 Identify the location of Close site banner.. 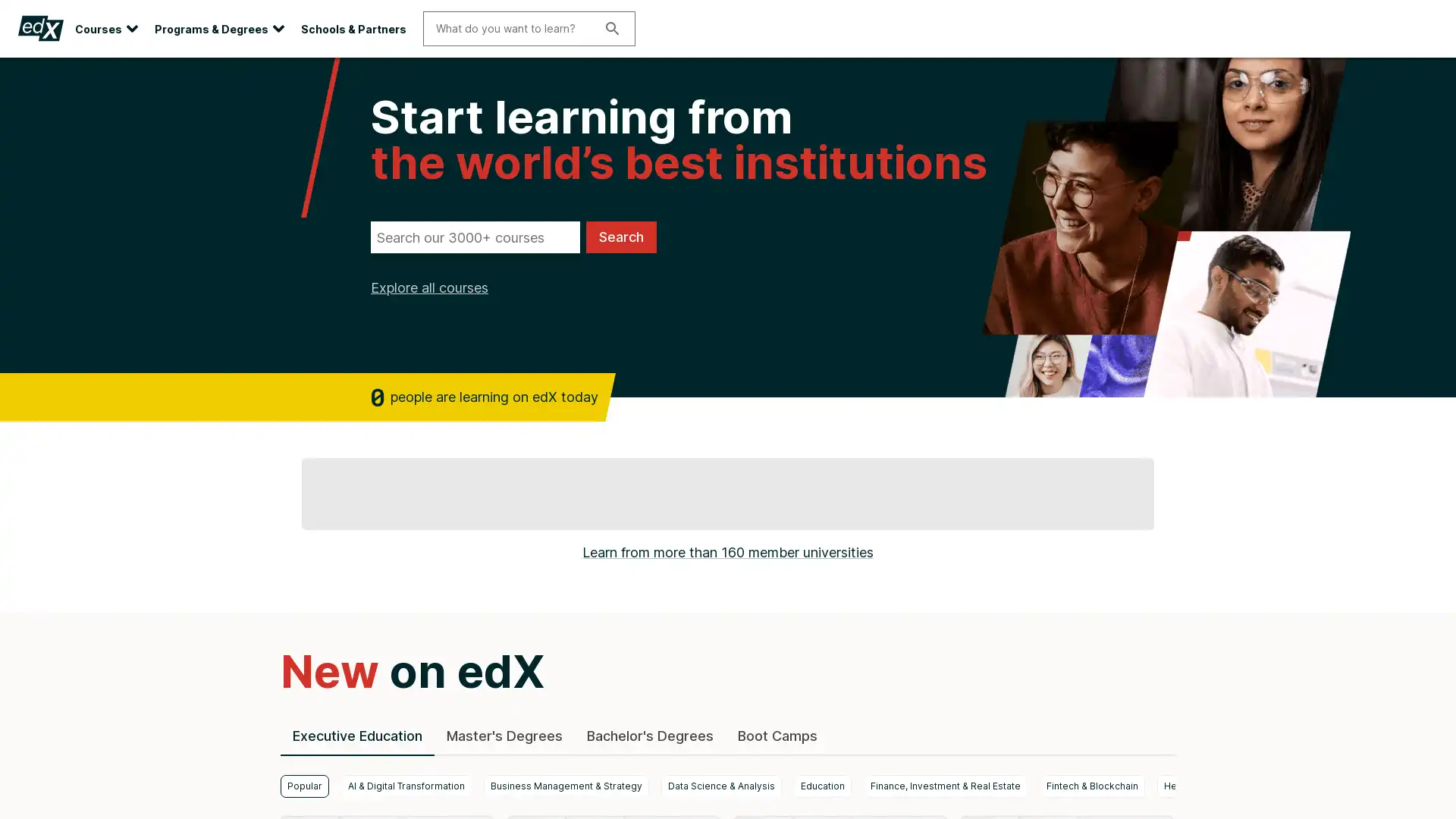
(1438, 70).